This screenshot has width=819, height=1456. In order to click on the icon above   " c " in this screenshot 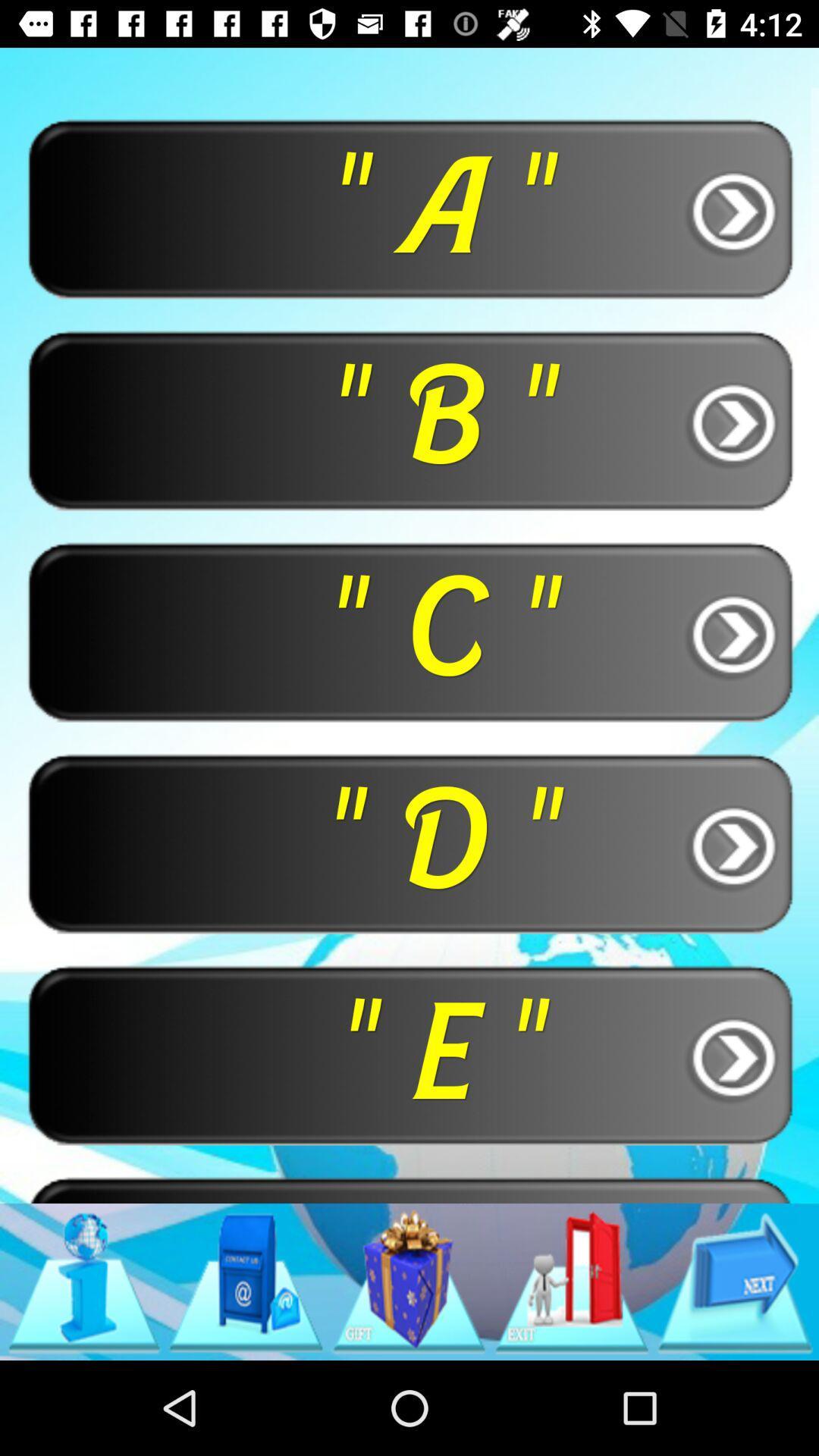, I will do `click(409, 419)`.